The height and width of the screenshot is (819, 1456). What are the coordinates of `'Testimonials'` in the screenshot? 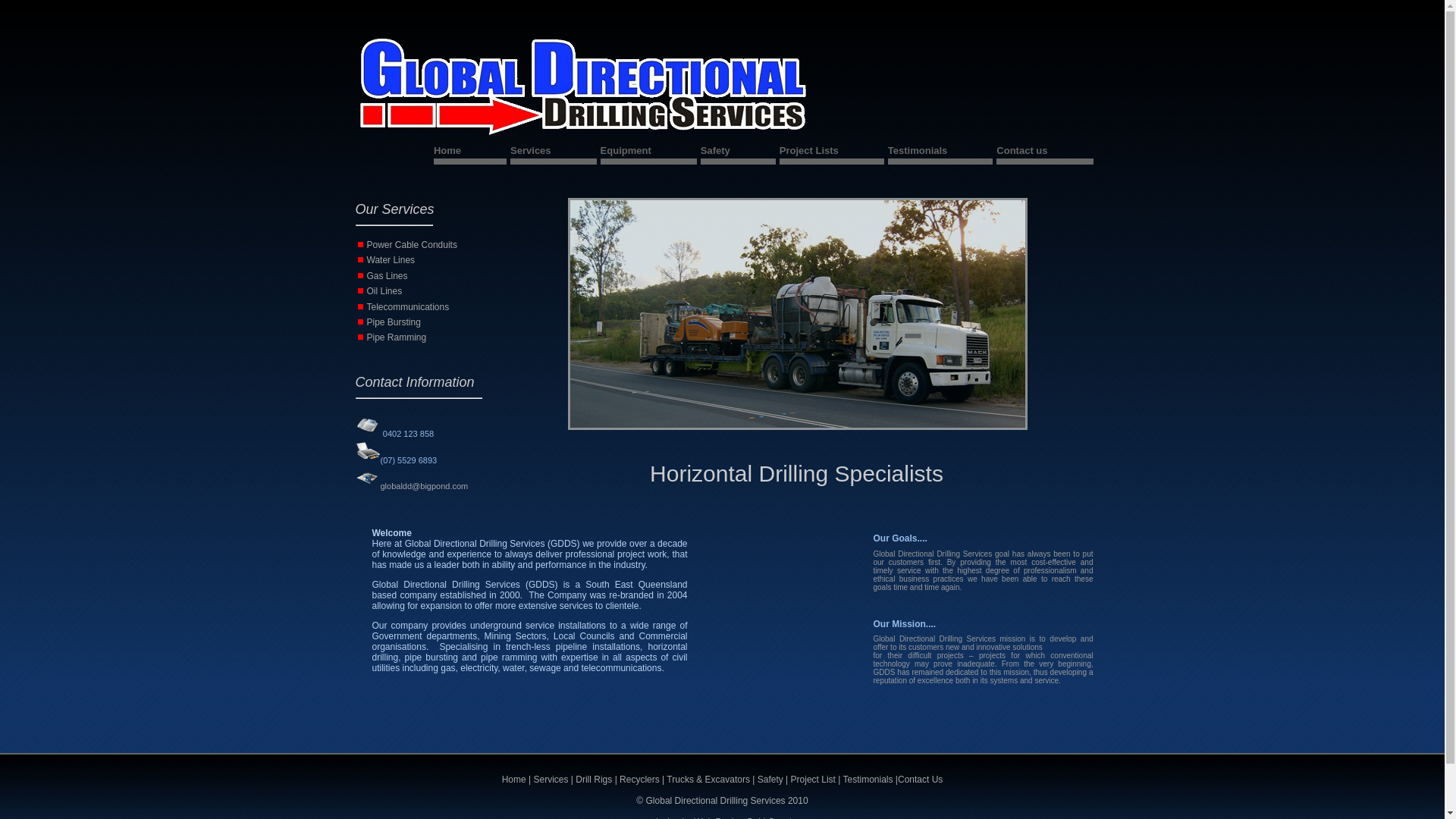 It's located at (868, 780).